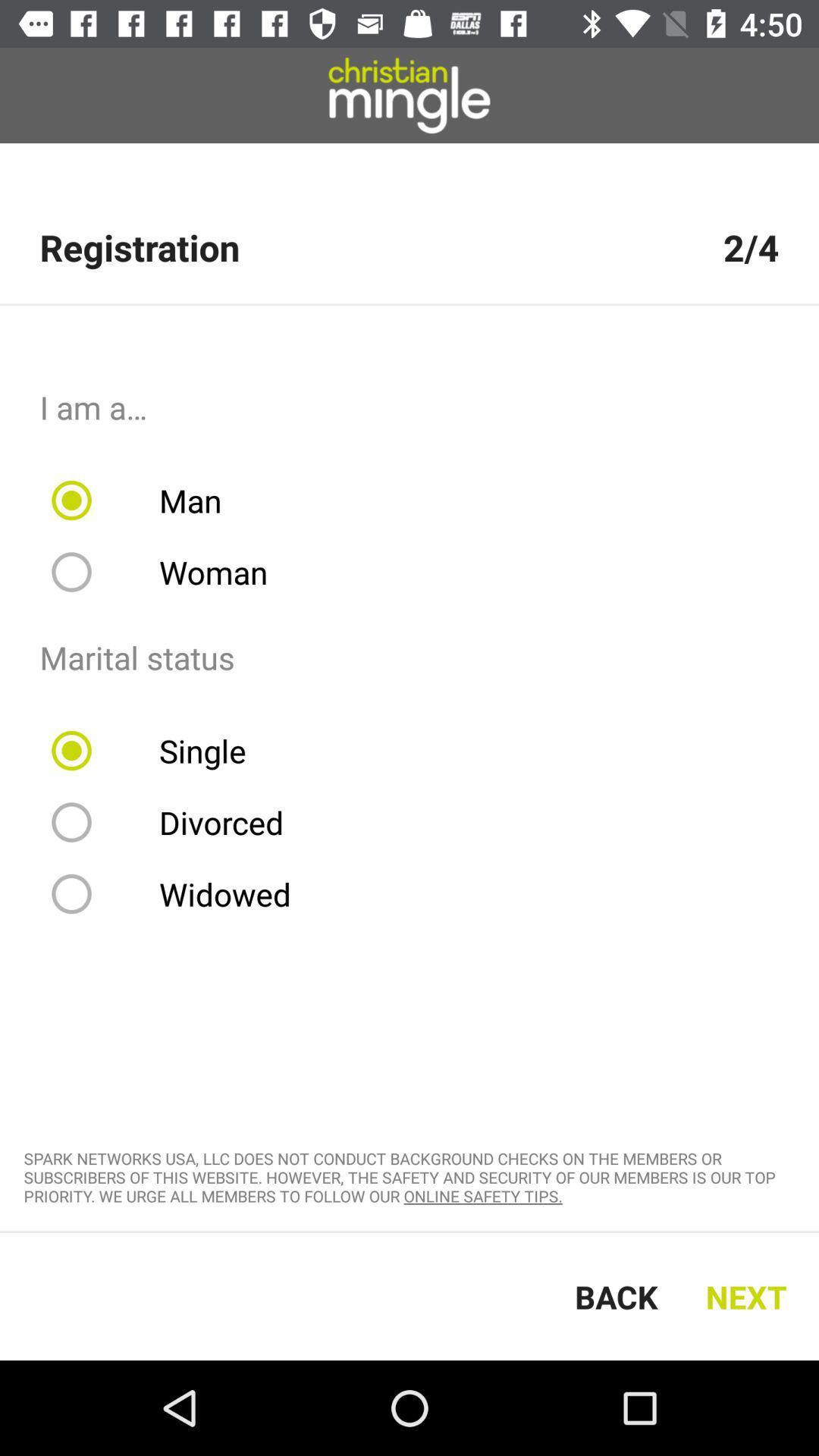 Image resolution: width=819 pixels, height=1456 pixels. What do you see at coordinates (180, 894) in the screenshot?
I see `widowed icon` at bounding box center [180, 894].